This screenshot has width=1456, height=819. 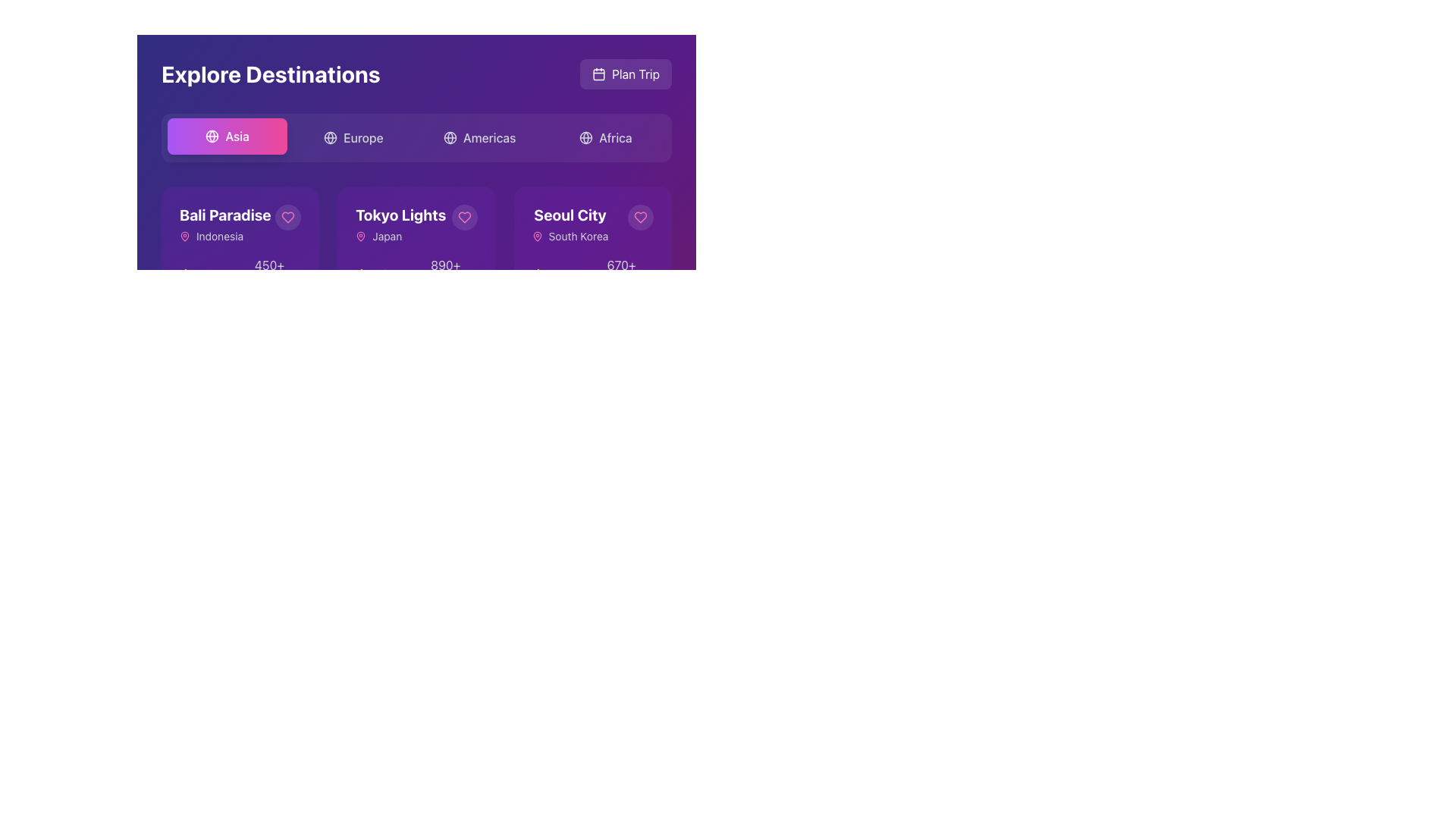 What do you see at coordinates (463, 217) in the screenshot?
I see `the 'like' or 'favorite' button icon located at the top-right area of the 'Tokyo Lights' card to mark it as a favorite` at bounding box center [463, 217].